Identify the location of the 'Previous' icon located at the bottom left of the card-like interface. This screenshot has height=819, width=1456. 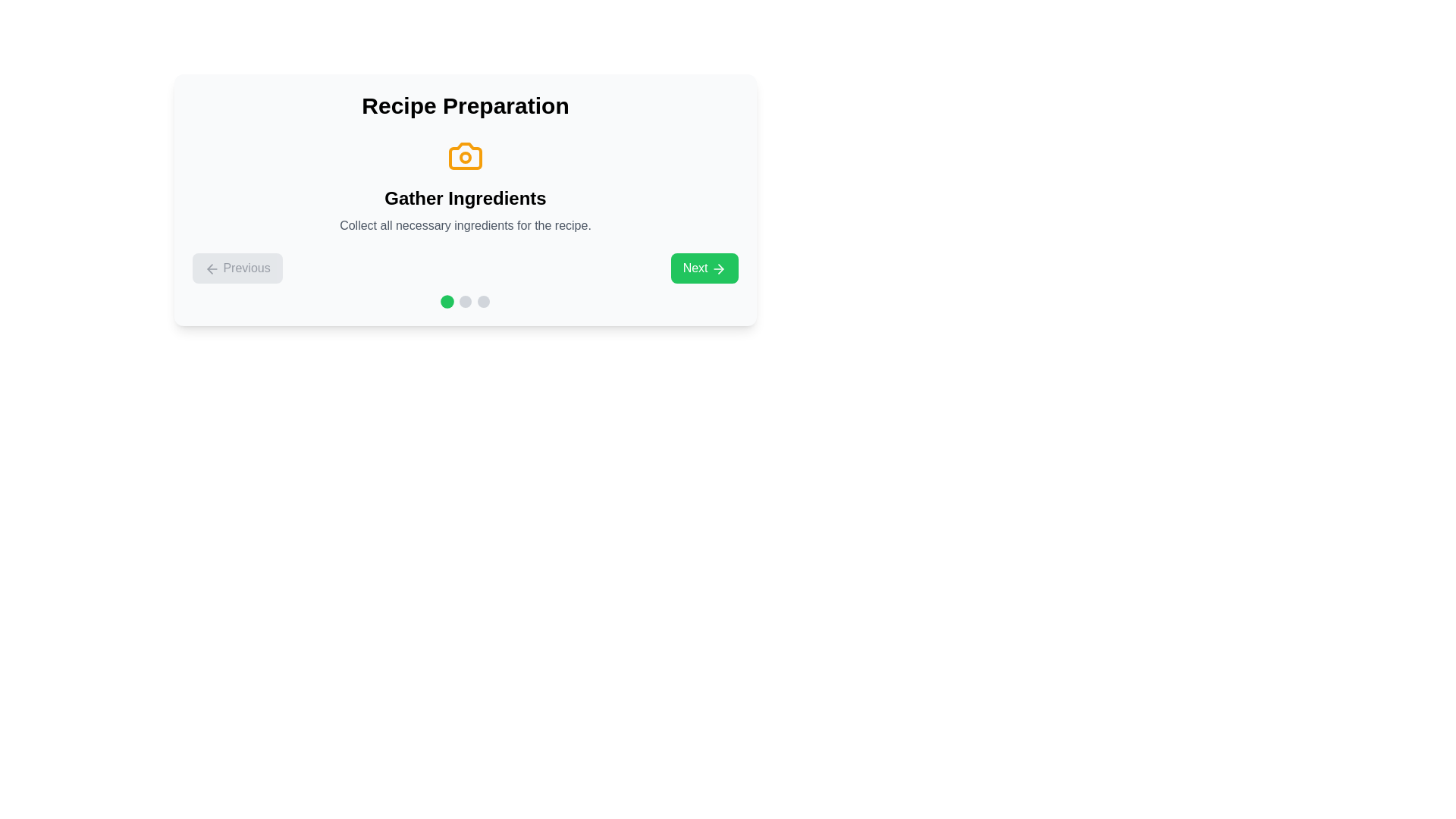
(209, 268).